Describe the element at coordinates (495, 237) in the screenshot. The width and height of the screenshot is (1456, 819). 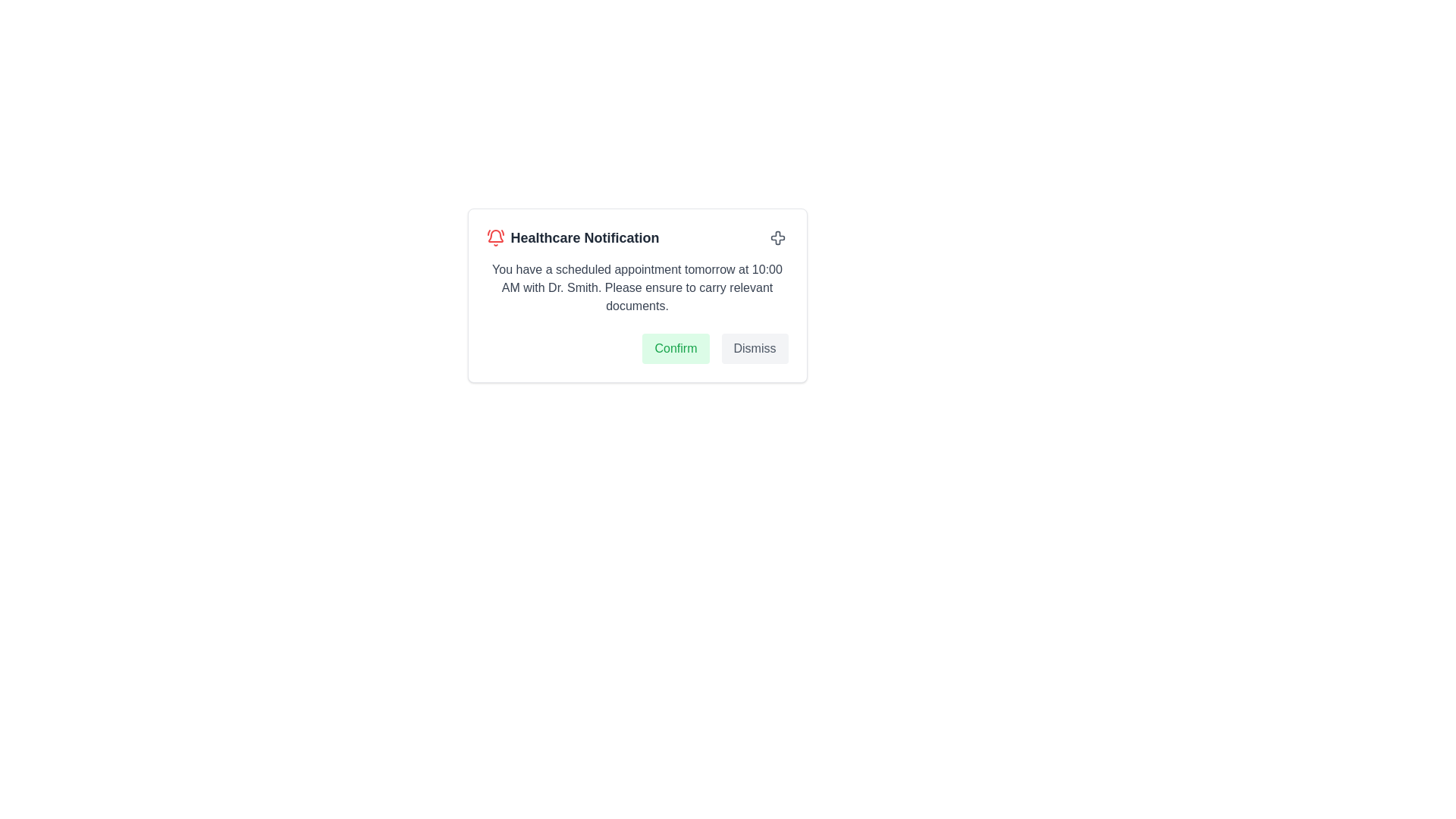
I see `the alert notification icon located to the left of the 'Healthcare Notification' text, which indicates the presence of an important message` at that location.